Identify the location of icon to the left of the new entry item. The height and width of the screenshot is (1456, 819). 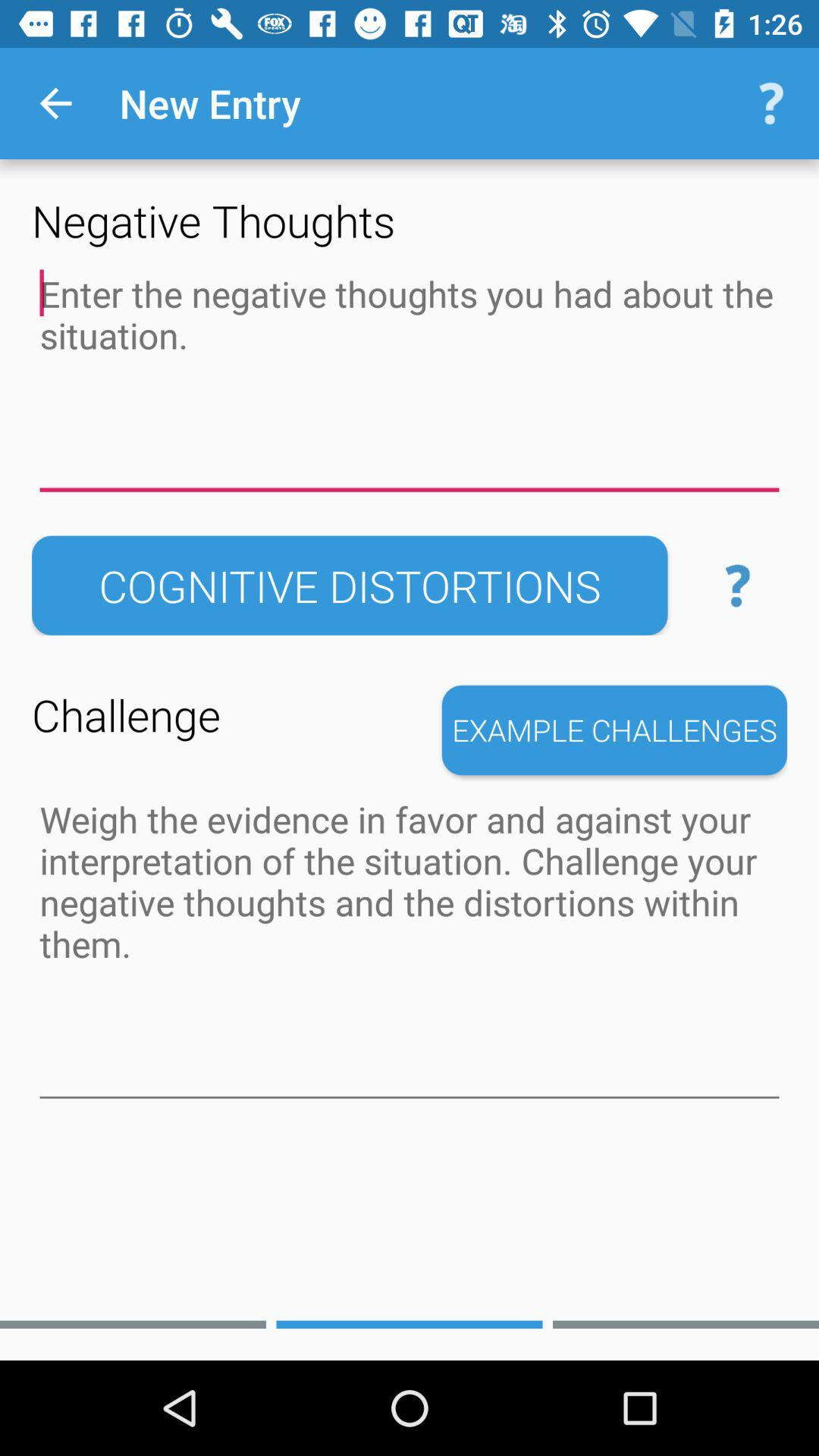
(55, 102).